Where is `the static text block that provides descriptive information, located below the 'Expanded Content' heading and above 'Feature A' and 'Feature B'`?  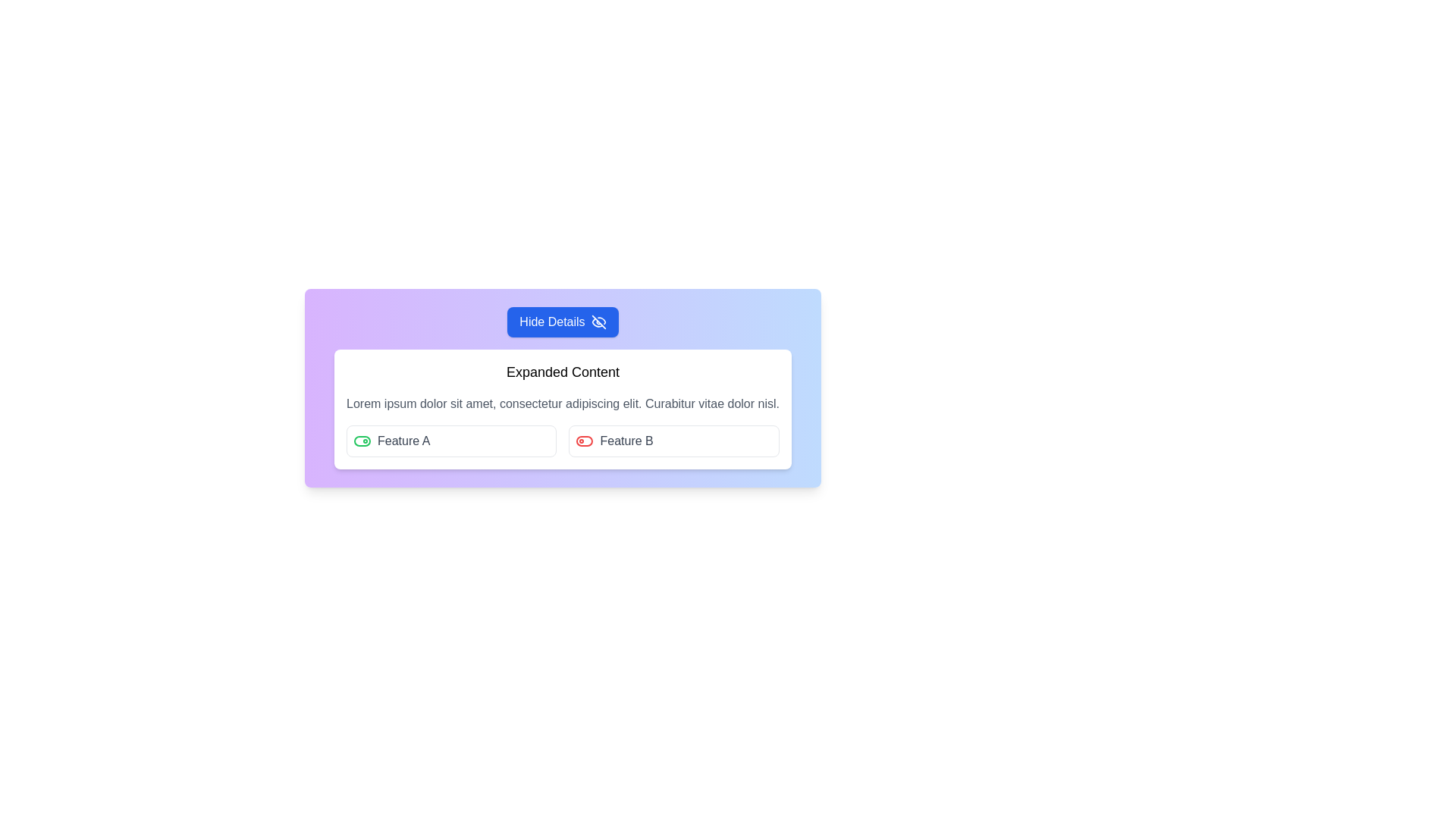
the static text block that provides descriptive information, located below the 'Expanded Content' heading and above 'Feature A' and 'Feature B' is located at coordinates (562, 403).